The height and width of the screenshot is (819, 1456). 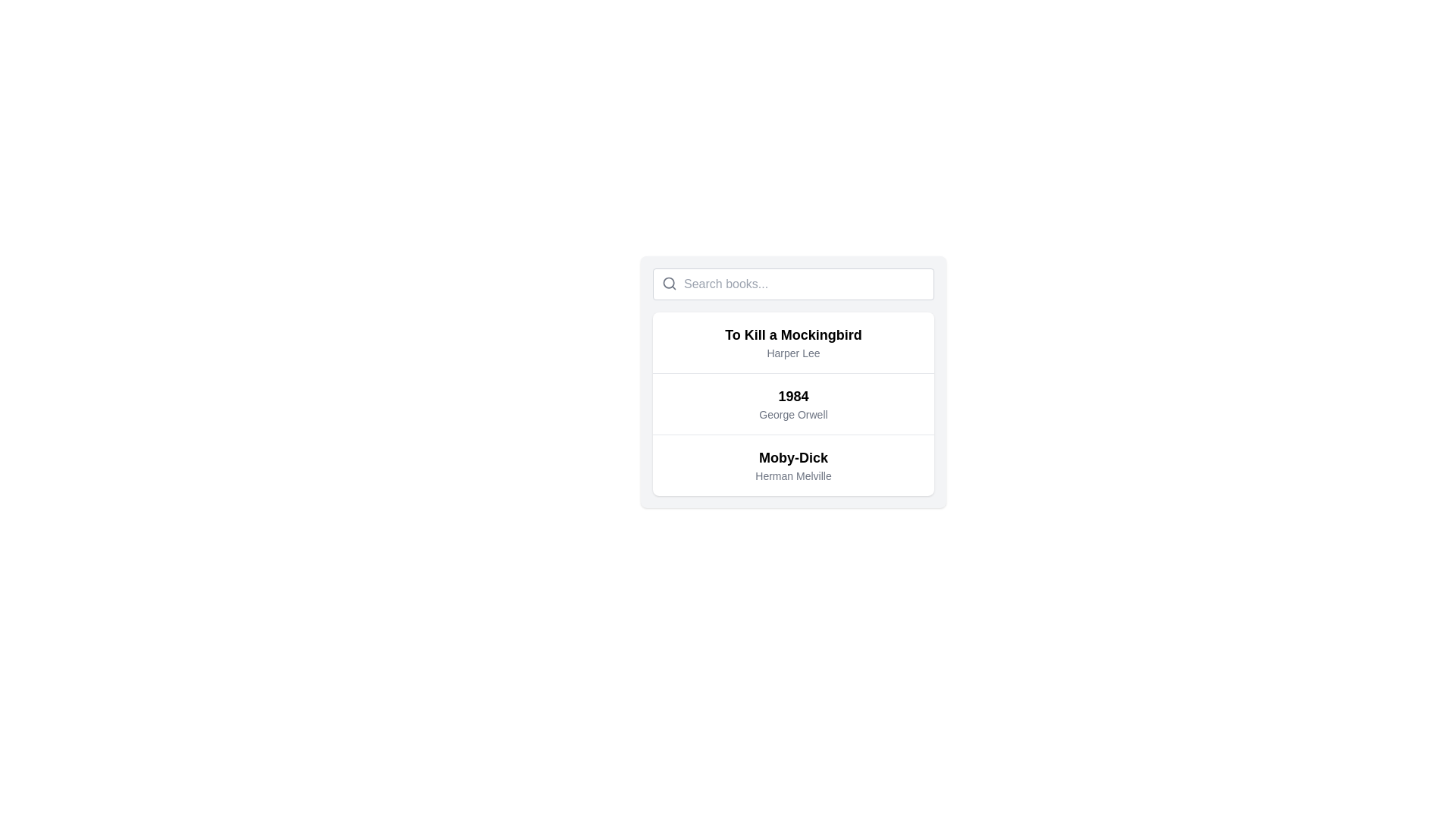 What do you see at coordinates (792, 353) in the screenshot?
I see `the text label displaying 'Harper Lee' located directly below the title 'To Kill a Mockingbird'` at bounding box center [792, 353].